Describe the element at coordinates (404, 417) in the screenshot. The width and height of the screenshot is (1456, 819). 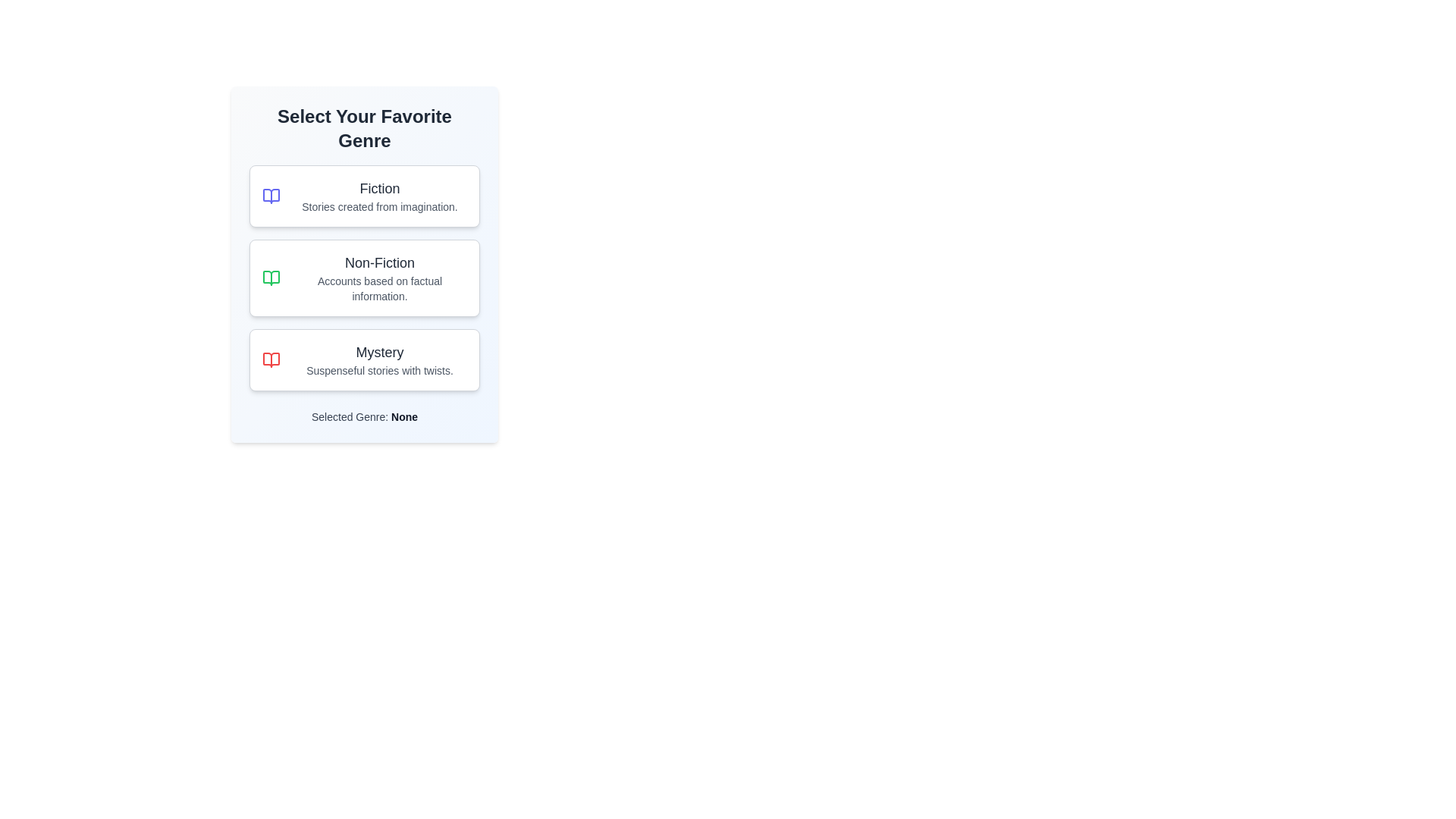
I see `the text label displaying 'None' in bold gray font, which is positioned after the 'Selected Genre:' description on the genre selection card` at that location.